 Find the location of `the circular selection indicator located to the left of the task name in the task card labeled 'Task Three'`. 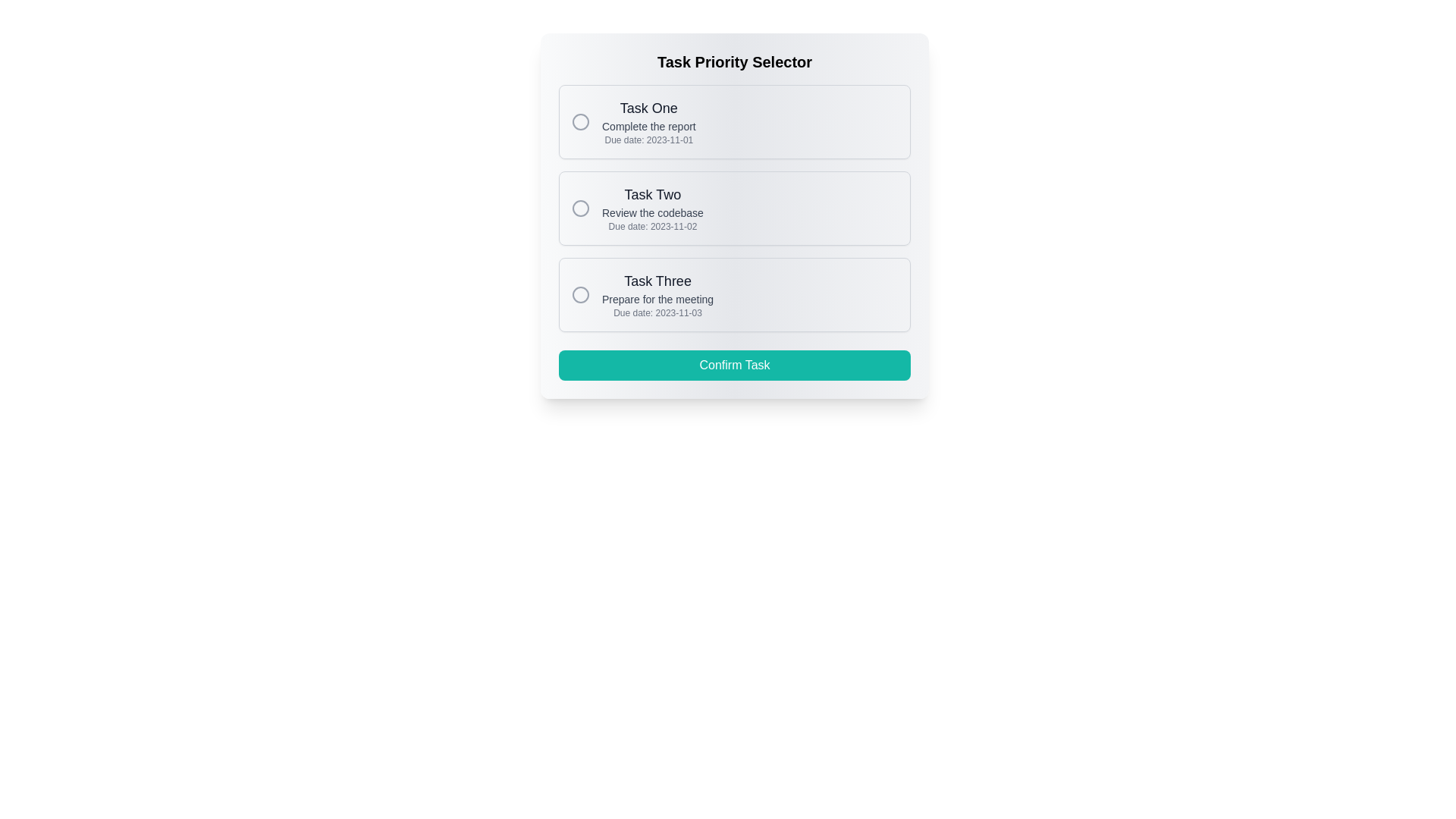

the circular selection indicator located to the left of the task name in the task card labeled 'Task Three' is located at coordinates (580, 295).